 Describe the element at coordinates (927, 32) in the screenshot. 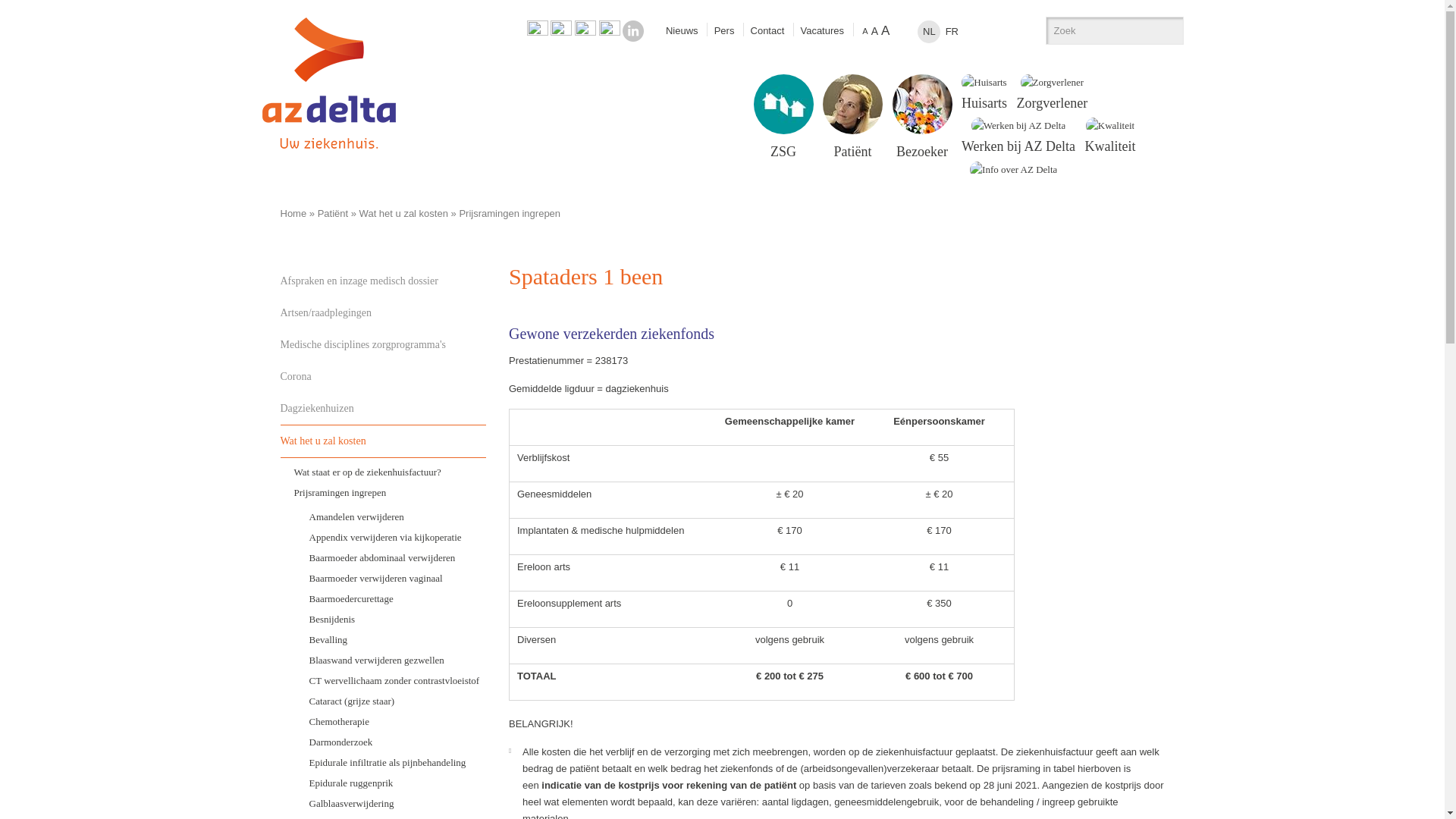

I see `'NL'` at that location.